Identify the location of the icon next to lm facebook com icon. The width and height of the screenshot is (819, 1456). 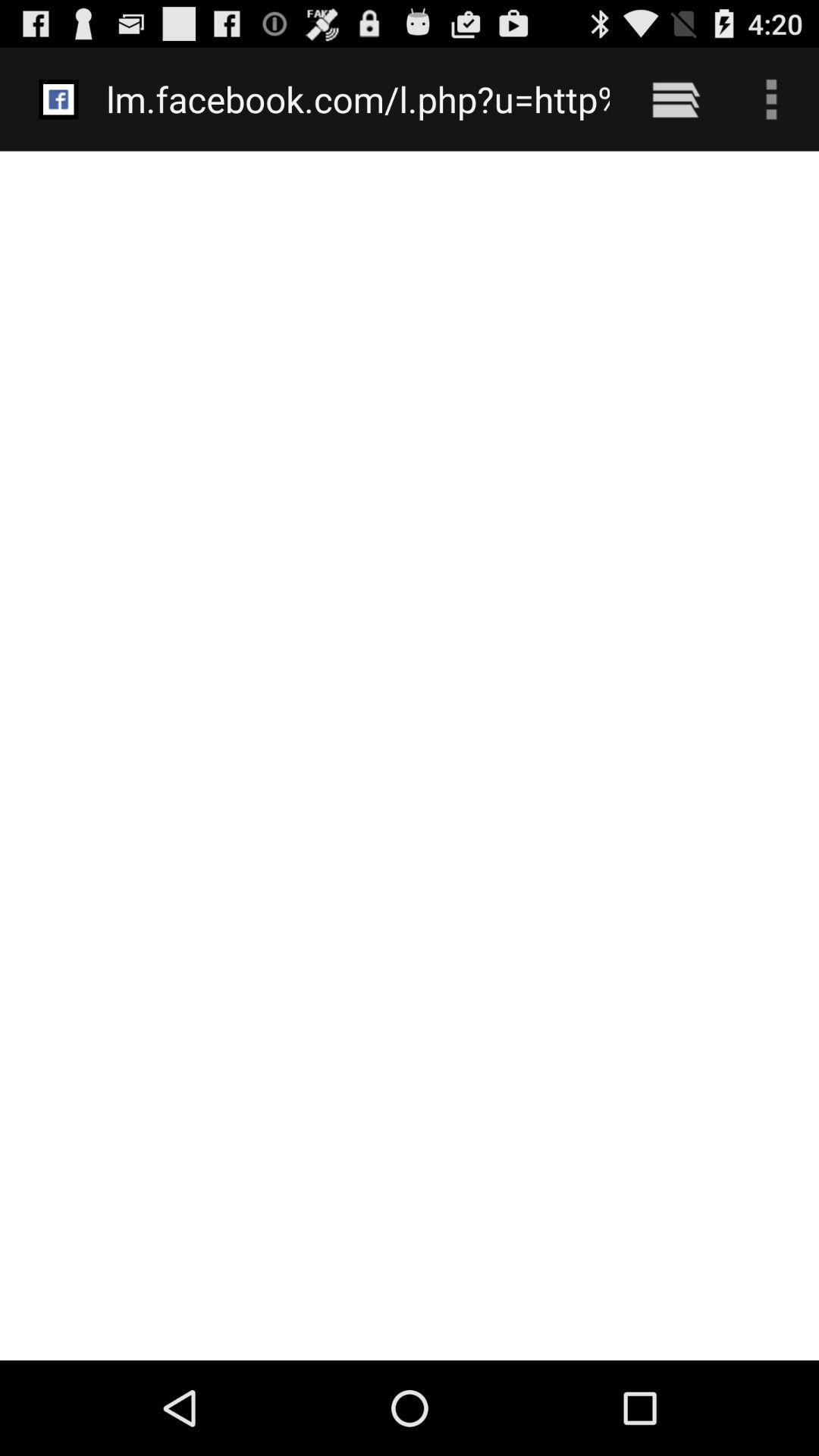
(675, 99).